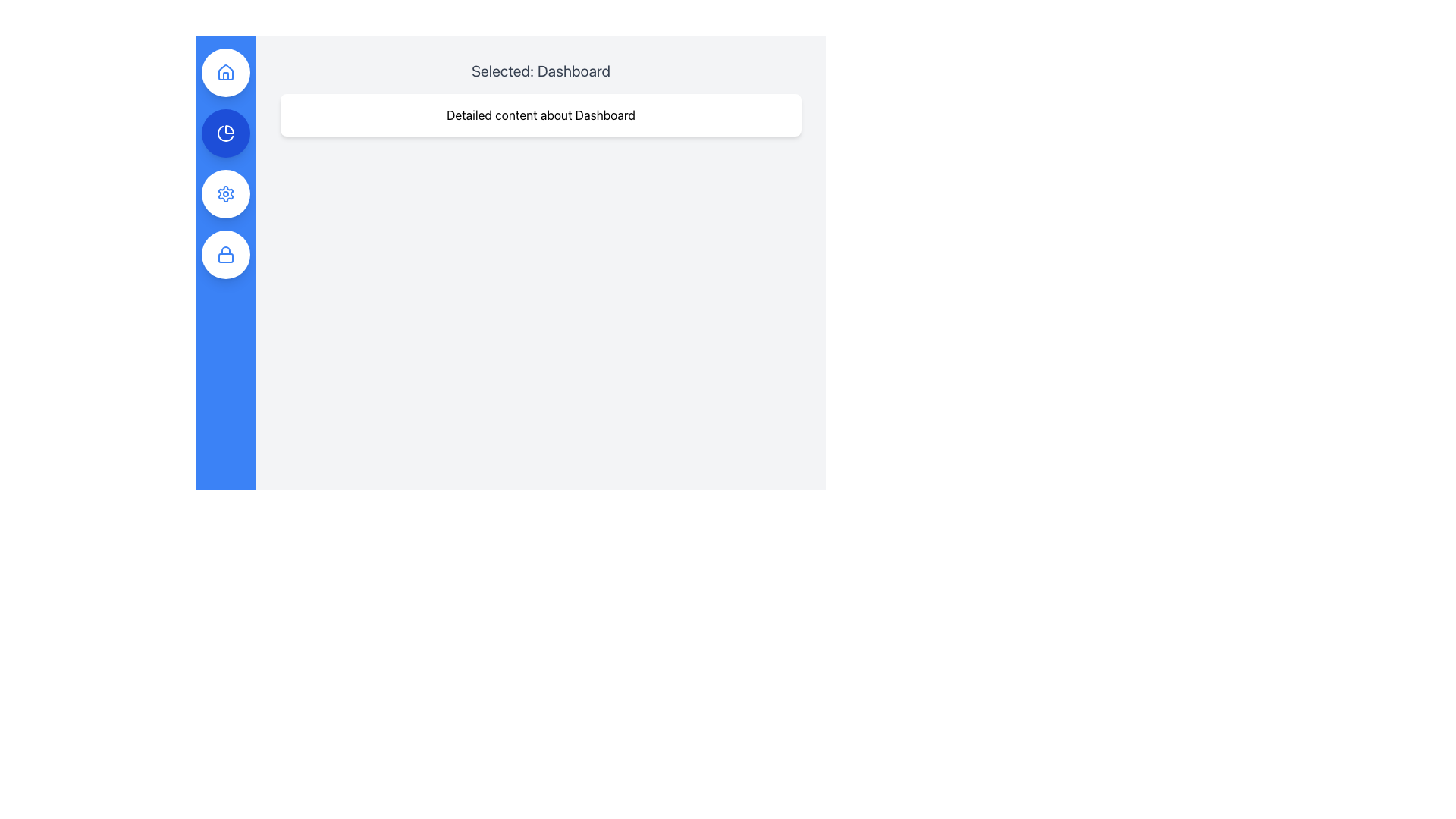  Describe the element at coordinates (541, 71) in the screenshot. I see `the text label displaying 'Selected: Dashboard' in a large, gray font, located at the top of the main content area` at that location.